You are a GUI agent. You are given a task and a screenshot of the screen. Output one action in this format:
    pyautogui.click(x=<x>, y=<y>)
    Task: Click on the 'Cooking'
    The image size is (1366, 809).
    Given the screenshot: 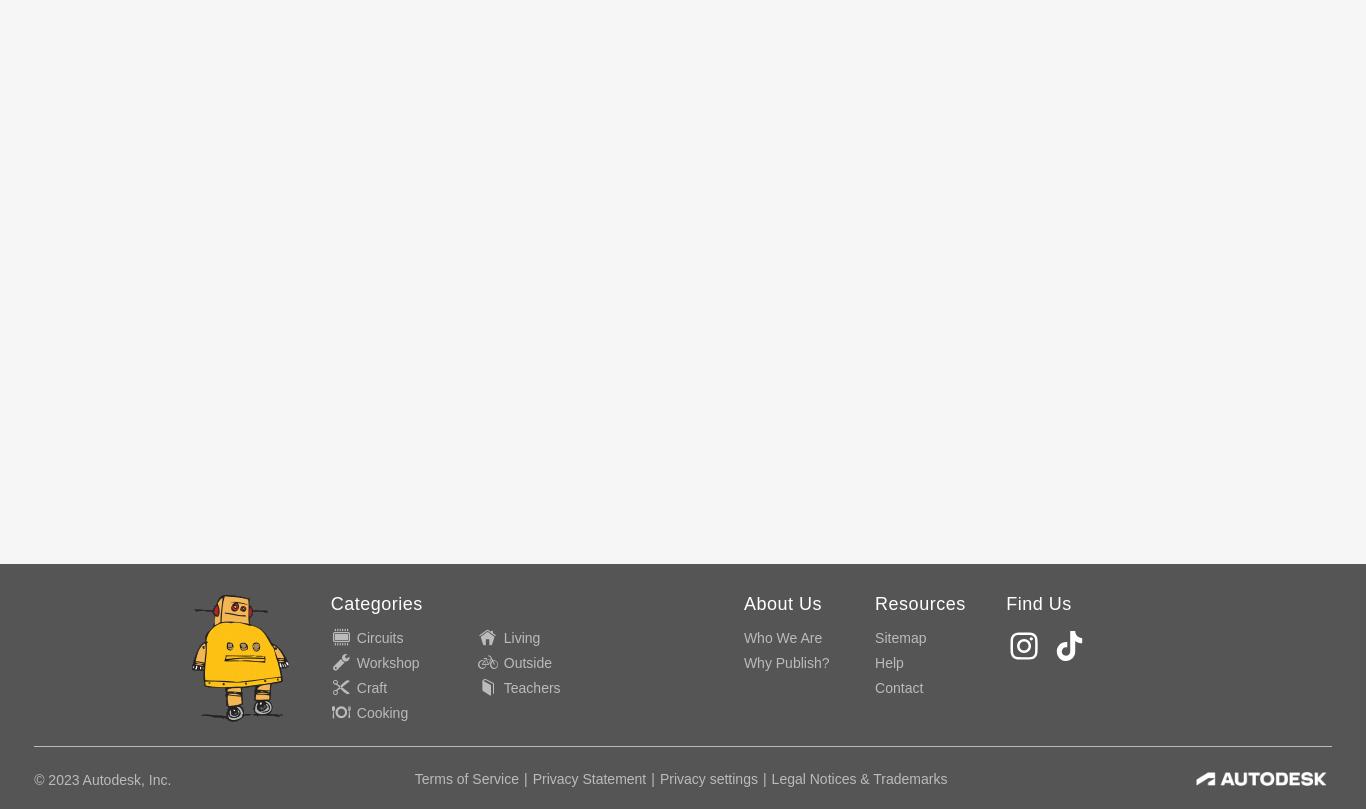 What is the action you would take?
    pyautogui.click(x=380, y=711)
    